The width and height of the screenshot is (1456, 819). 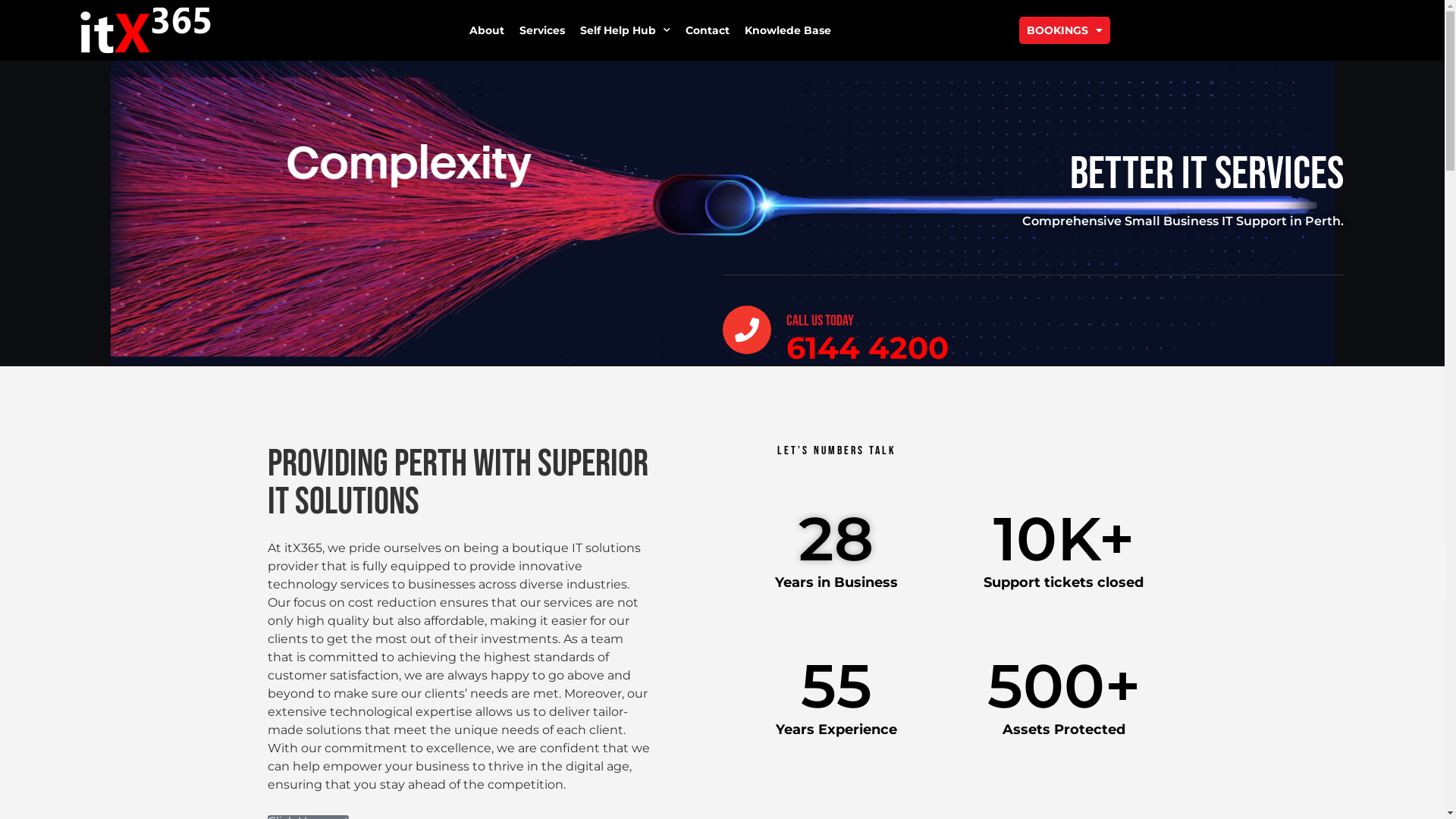 I want to click on 'BOOKINGS', so click(x=1063, y=30).